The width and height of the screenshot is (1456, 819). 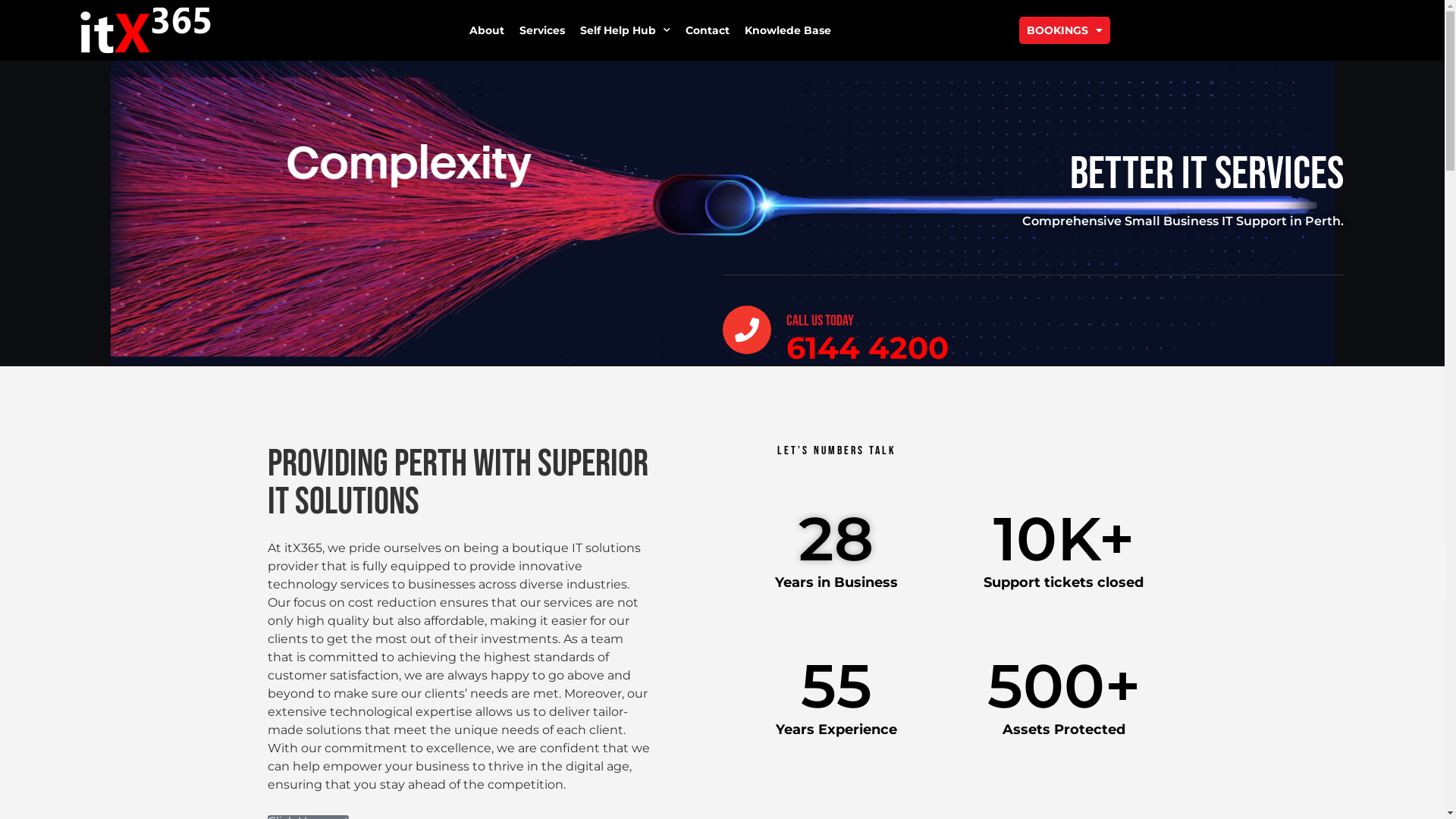 I want to click on 'BOOKINGS', so click(x=1063, y=30).